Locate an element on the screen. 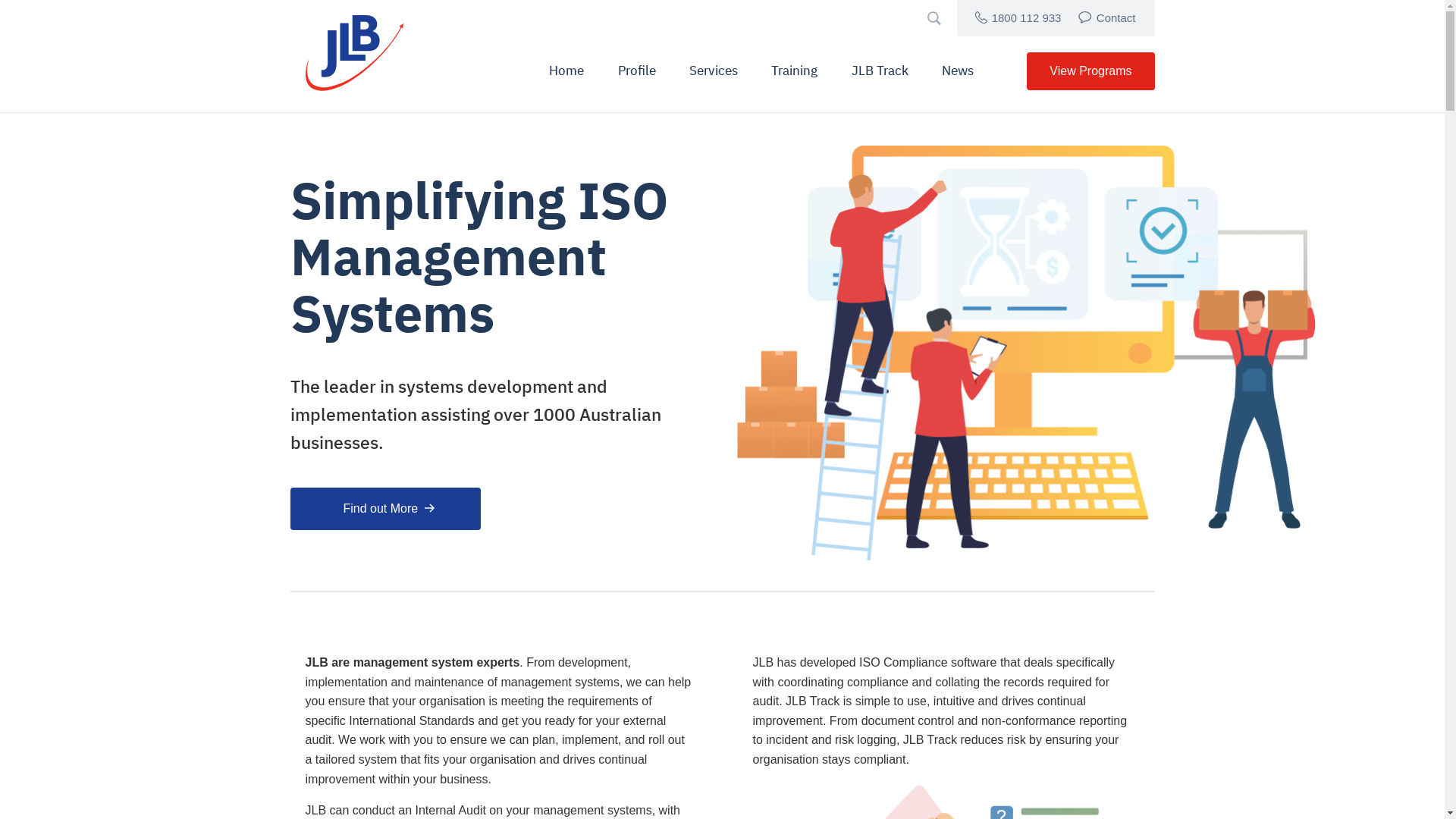 The height and width of the screenshot is (819, 1456). '1800 112 933' is located at coordinates (1018, 17).